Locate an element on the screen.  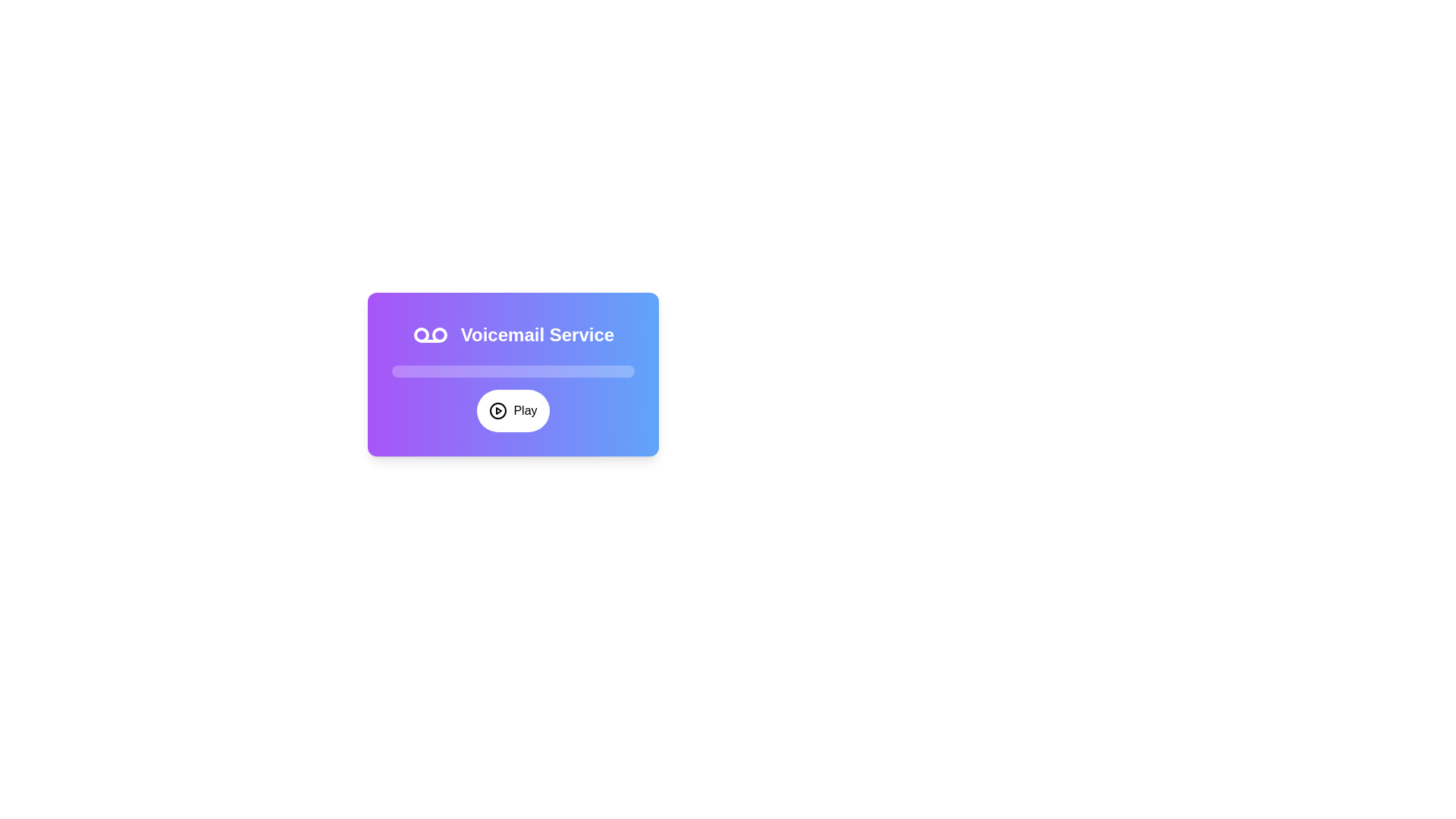
the Text Label indicating the voicemail service, located to the right of the voicemail icon and positioned at the upper section of the interface card is located at coordinates (538, 334).